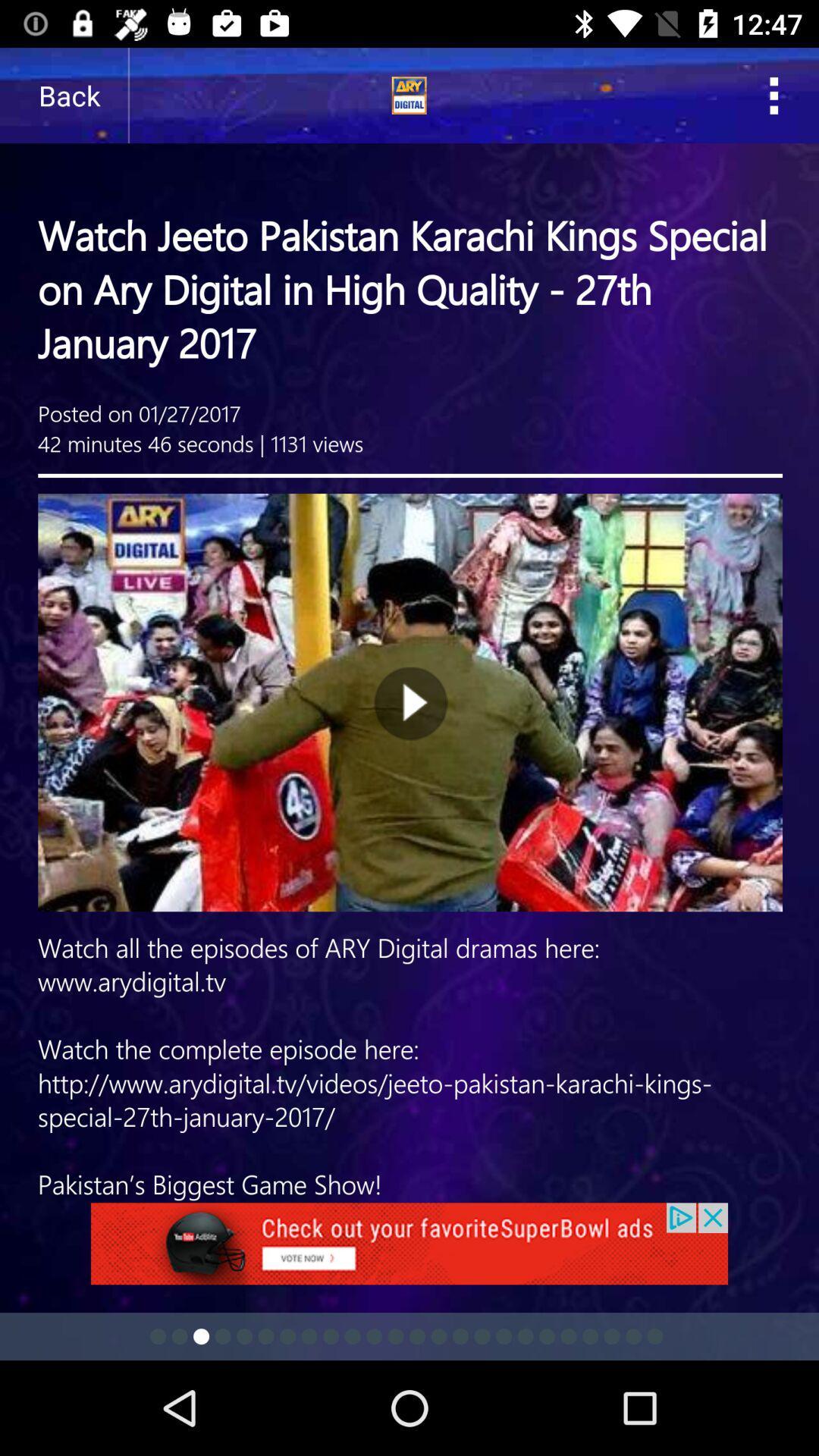 The height and width of the screenshot is (1456, 819). What do you see at coordinates (409, 1252) in the screenshot?
I see `the option` at bounding box center [409, 1252].